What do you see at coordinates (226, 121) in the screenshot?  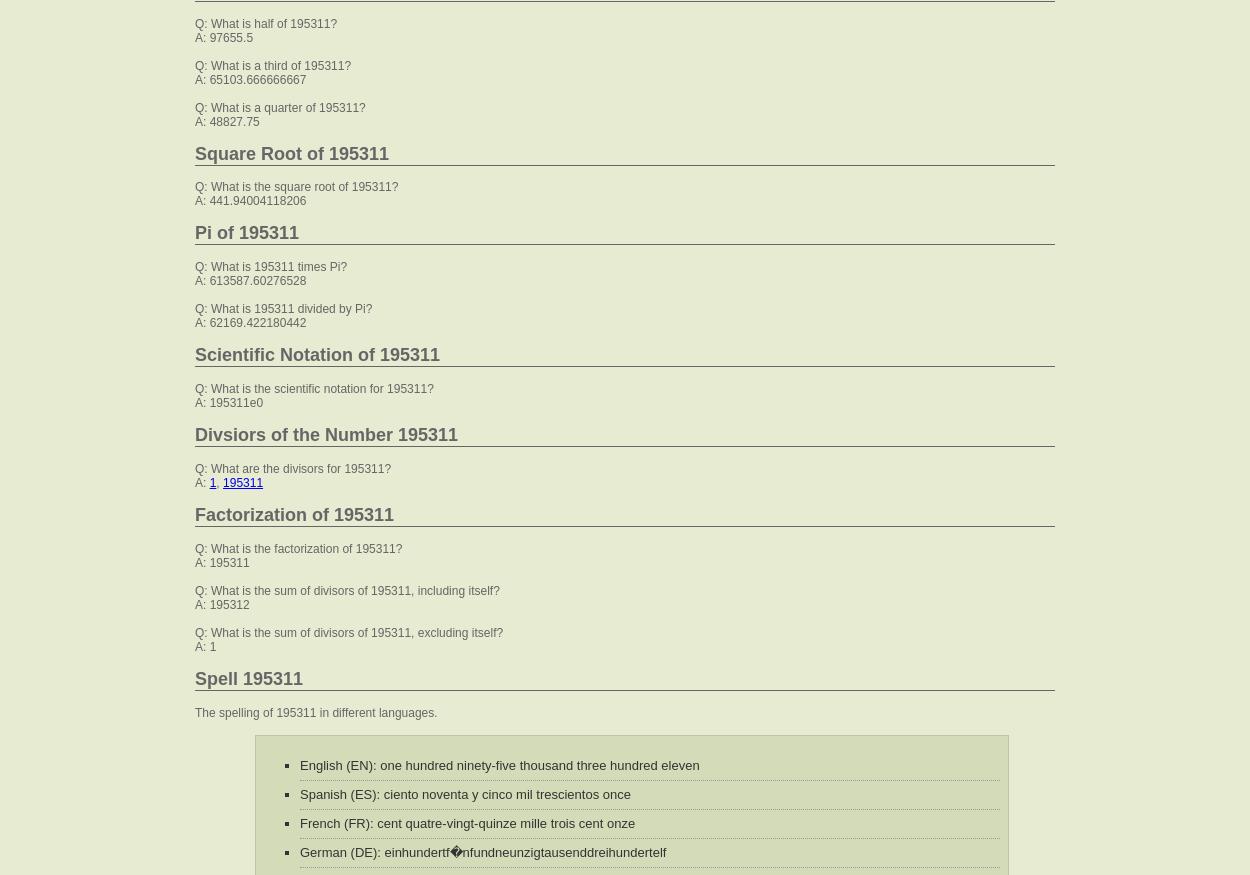 I see `'A: 48827.75'` at bounding box center [226, 121].